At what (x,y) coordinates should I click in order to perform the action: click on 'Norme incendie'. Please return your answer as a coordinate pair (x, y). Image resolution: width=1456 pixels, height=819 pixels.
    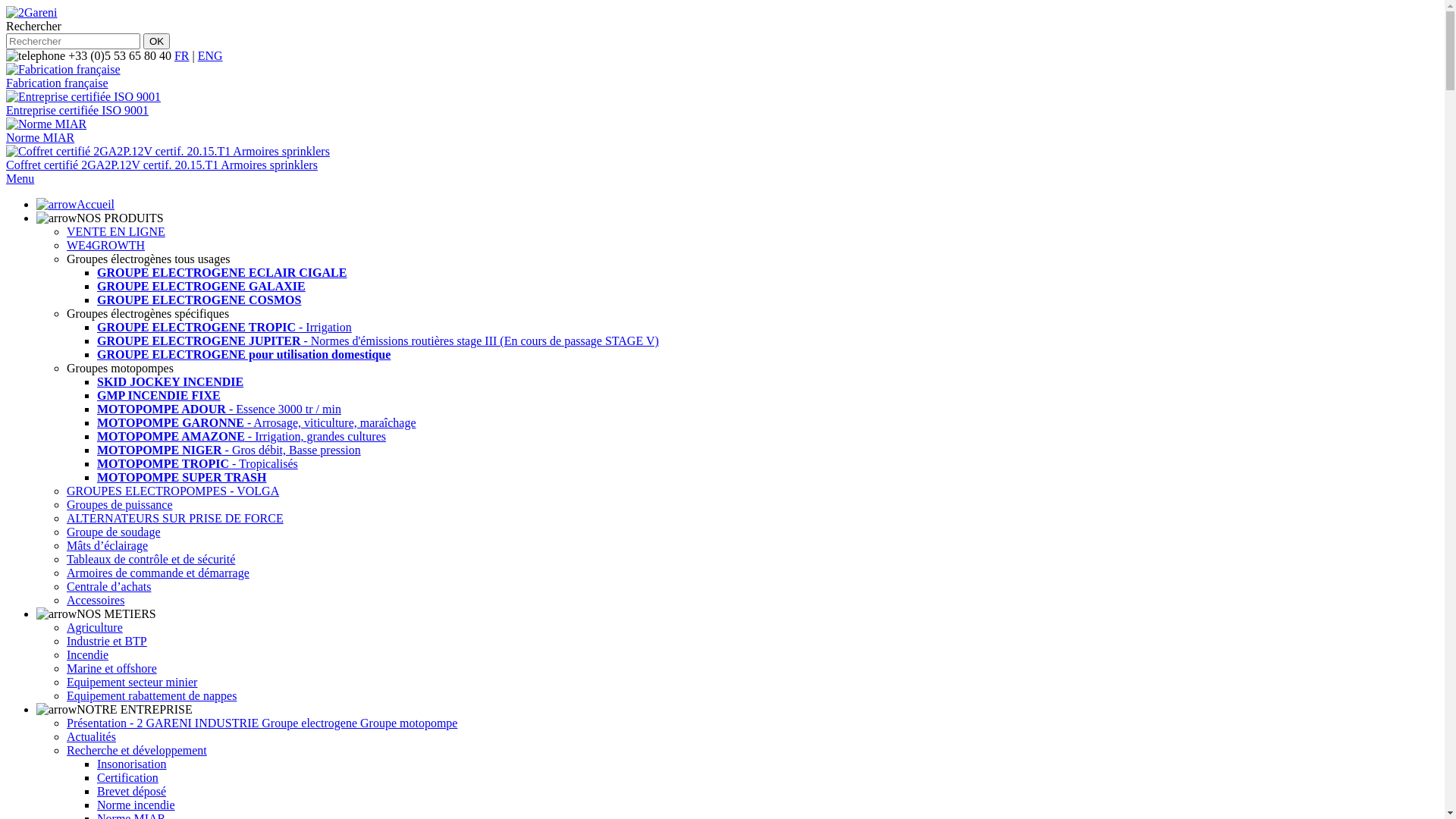
    Looking at the image, I should click on (96, 804).